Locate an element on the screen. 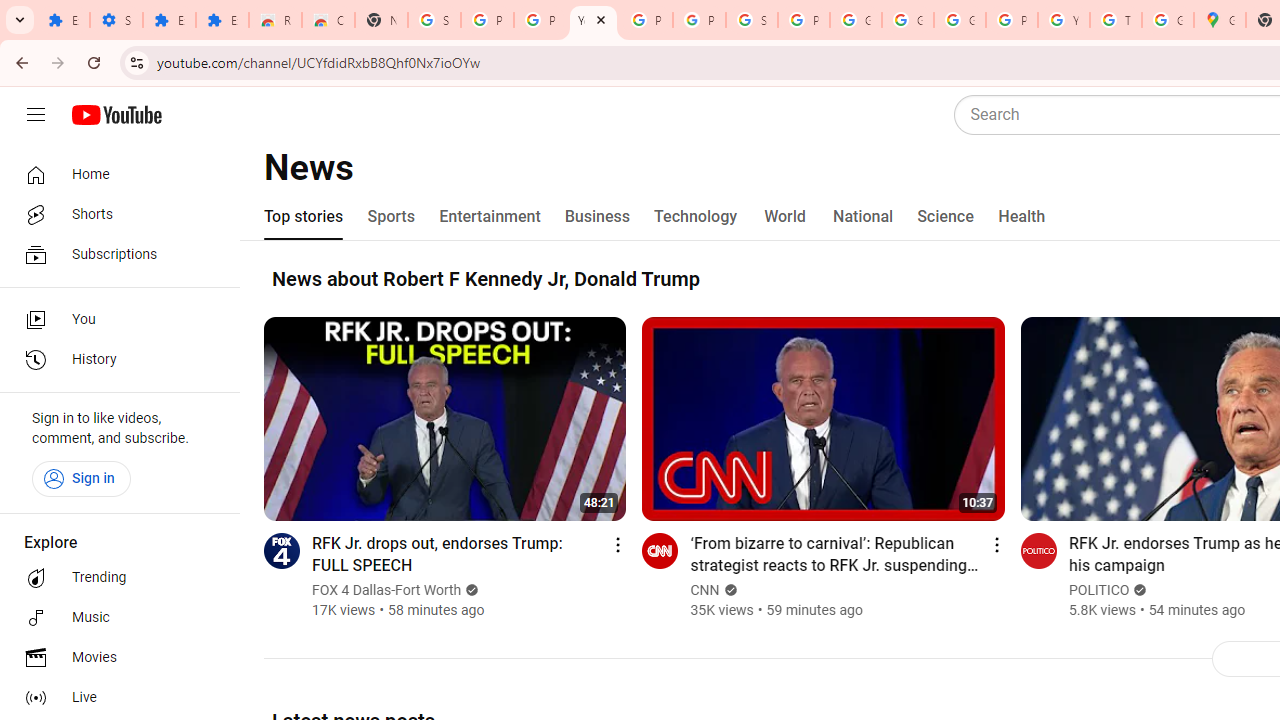 The image size is (1280, 720). 'Top stories' is located at coordinates (303, 217).